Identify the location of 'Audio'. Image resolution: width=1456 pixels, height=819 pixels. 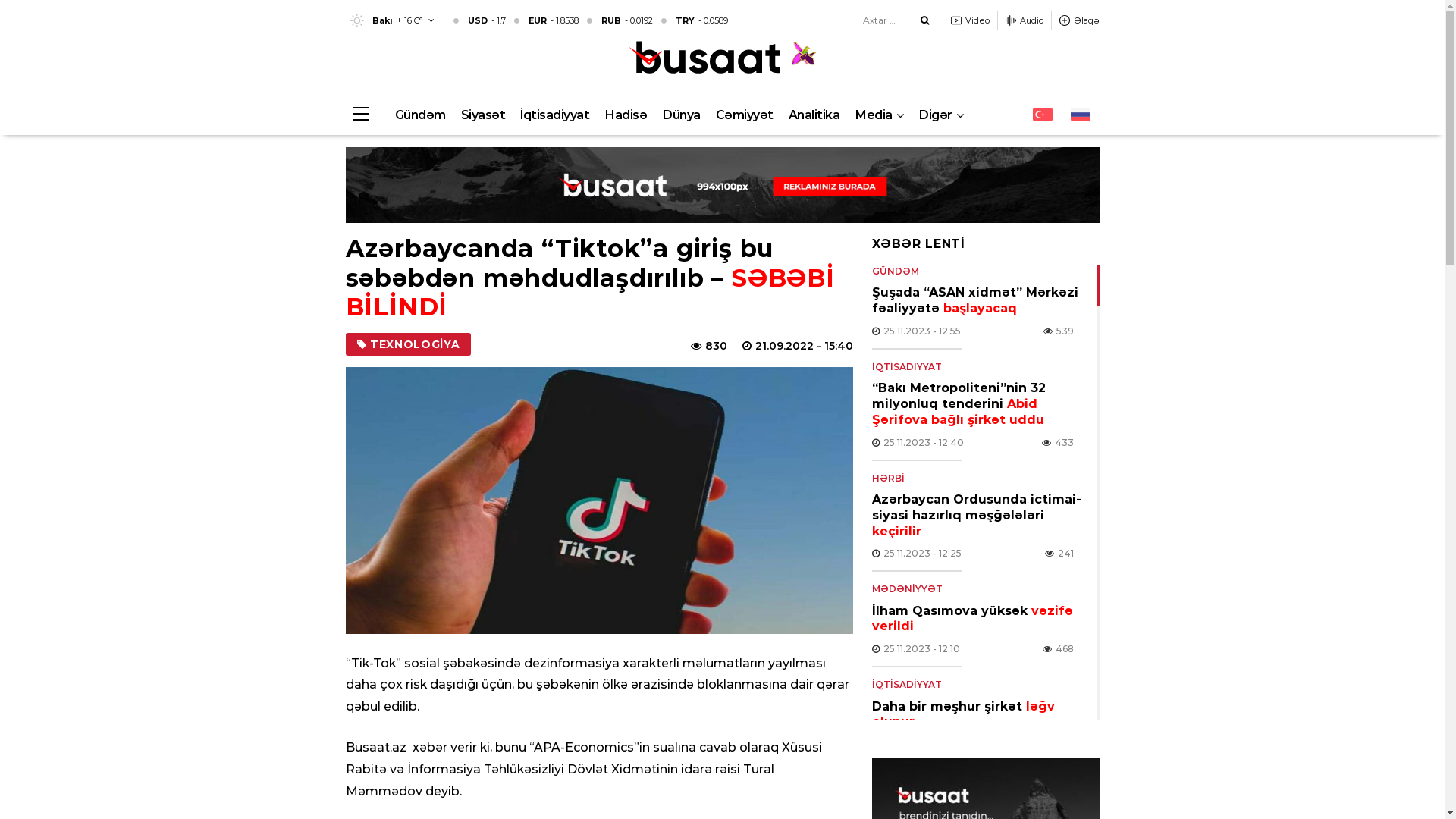
(1024, 20).